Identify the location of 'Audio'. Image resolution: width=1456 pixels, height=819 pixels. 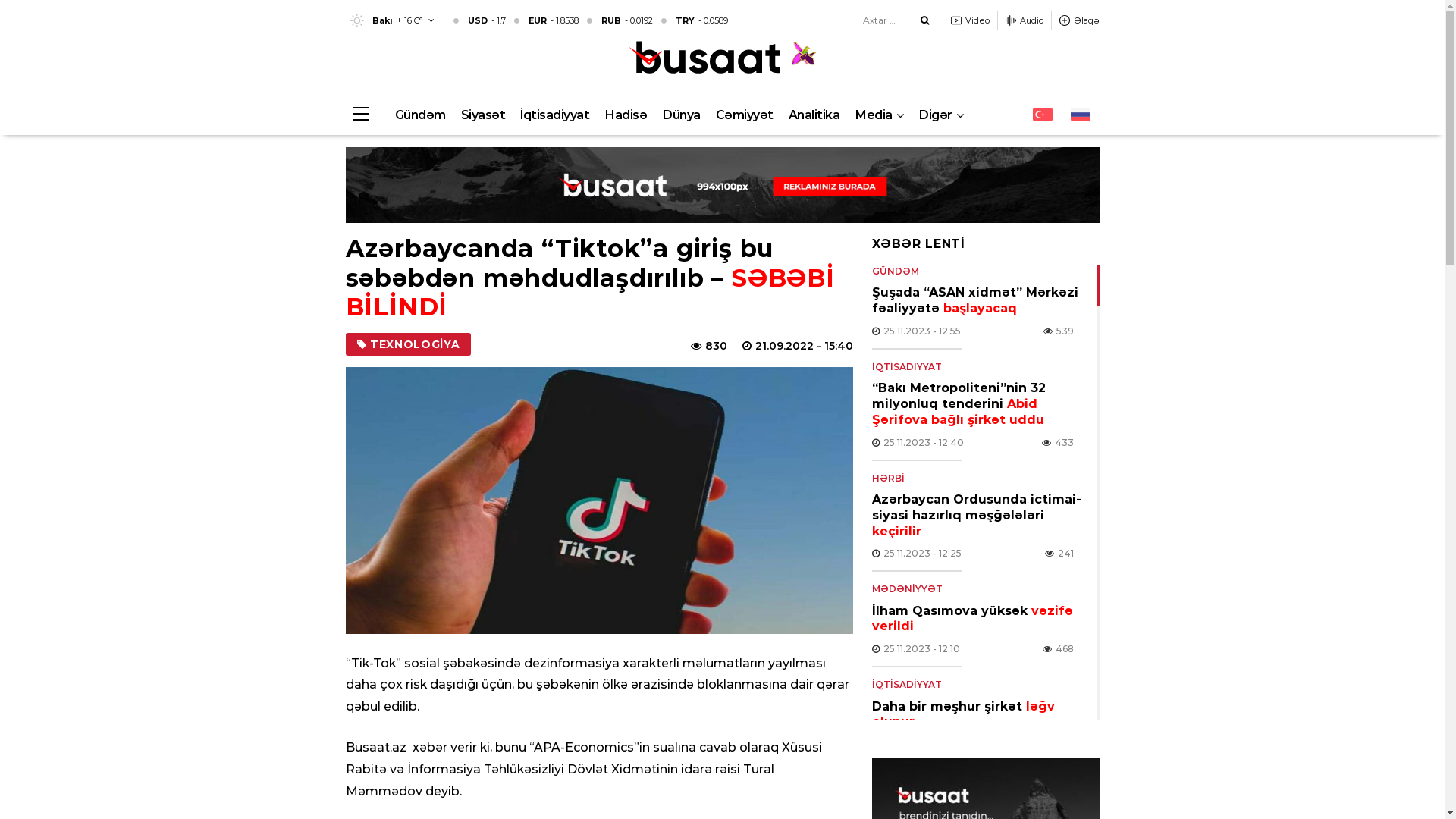
(1024, 20).